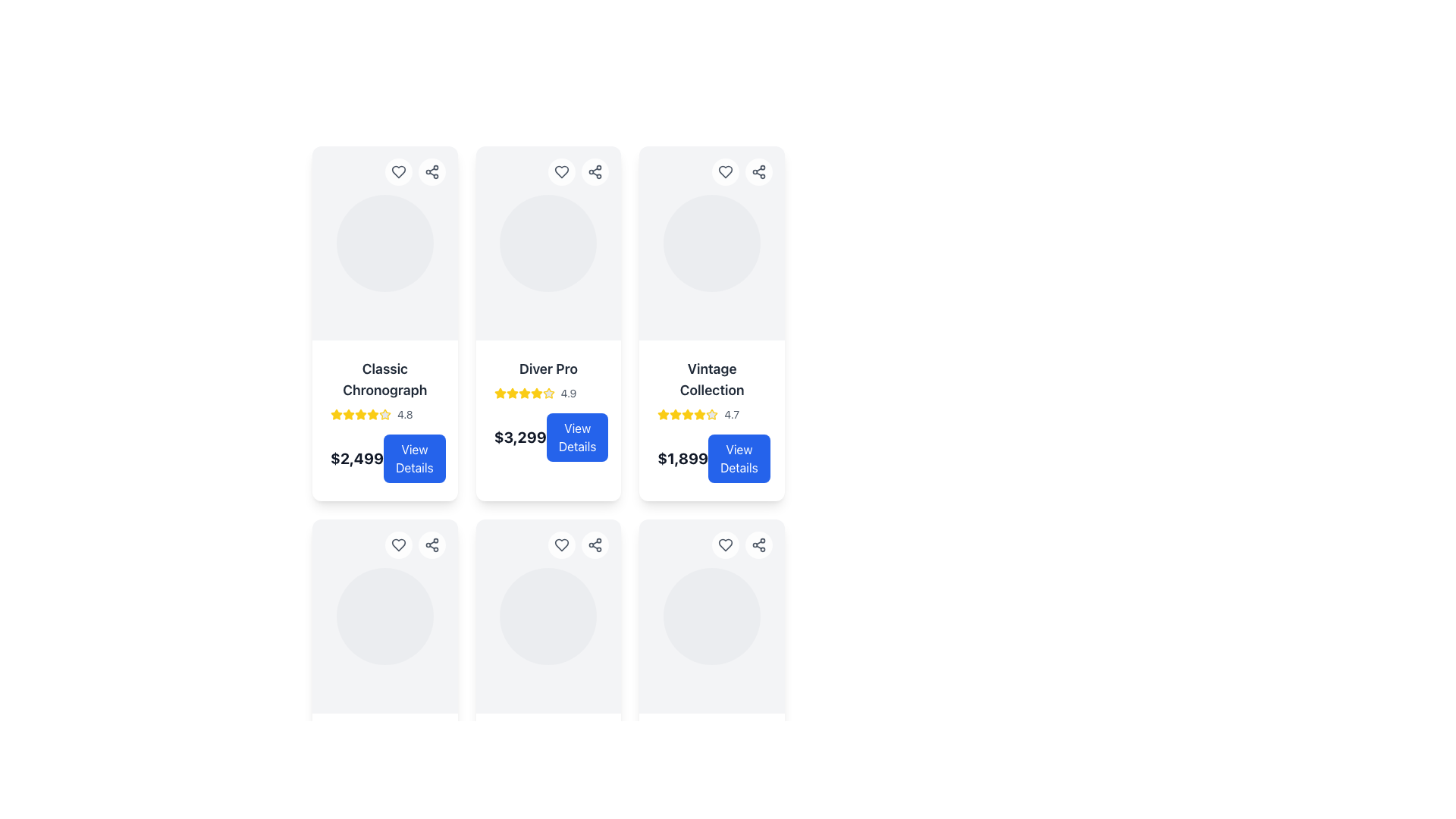 Image resolution: width=1456 pixels, height=819 pixels. I want to click on the sixth star icon filled with yellow color in the rating system for the 'Diver Pro' product on the second card, so click(536, 393).